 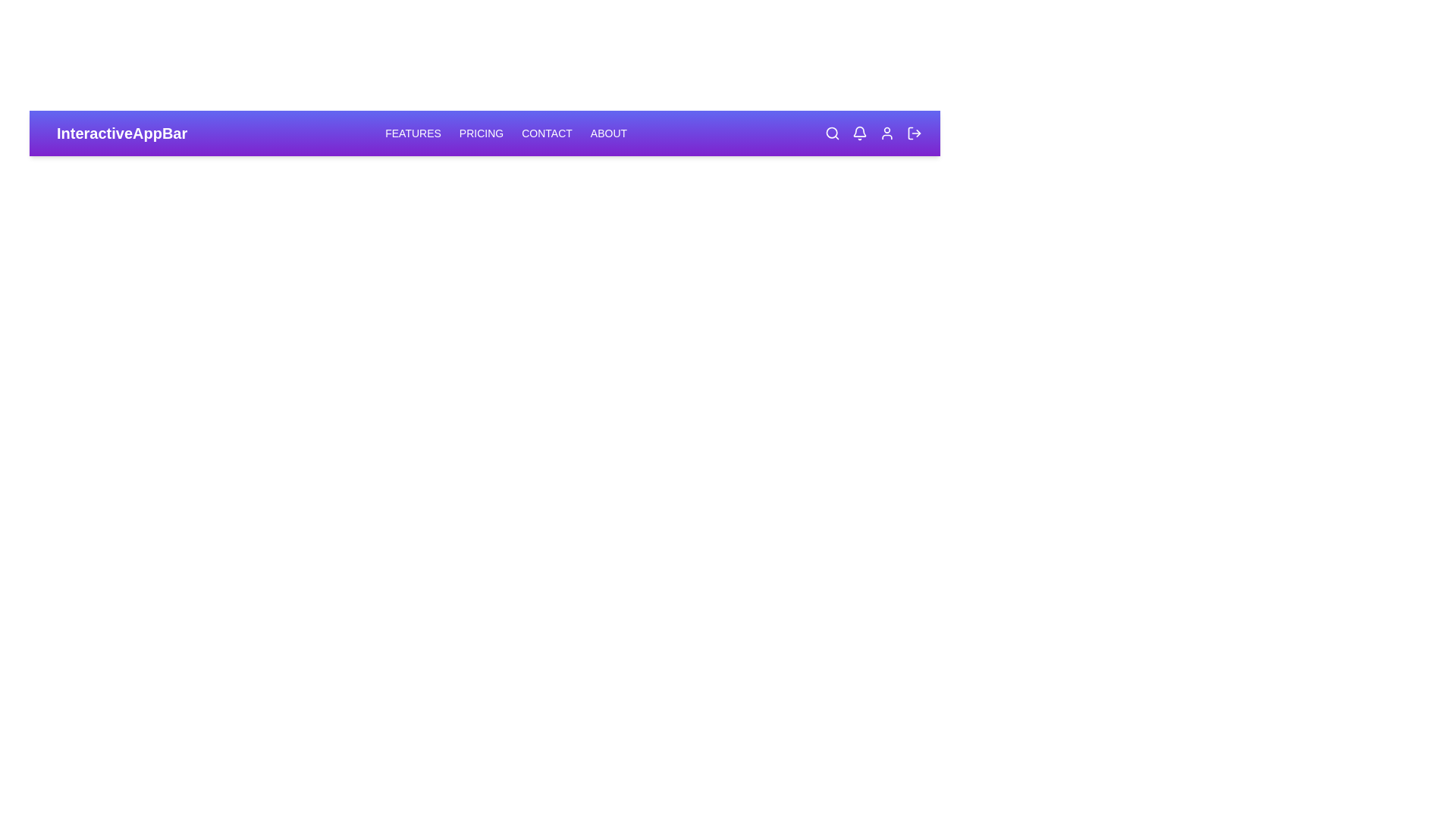 I want to click on the 'InteractiveAppBar' text to select it, so click(x=116, y=133).